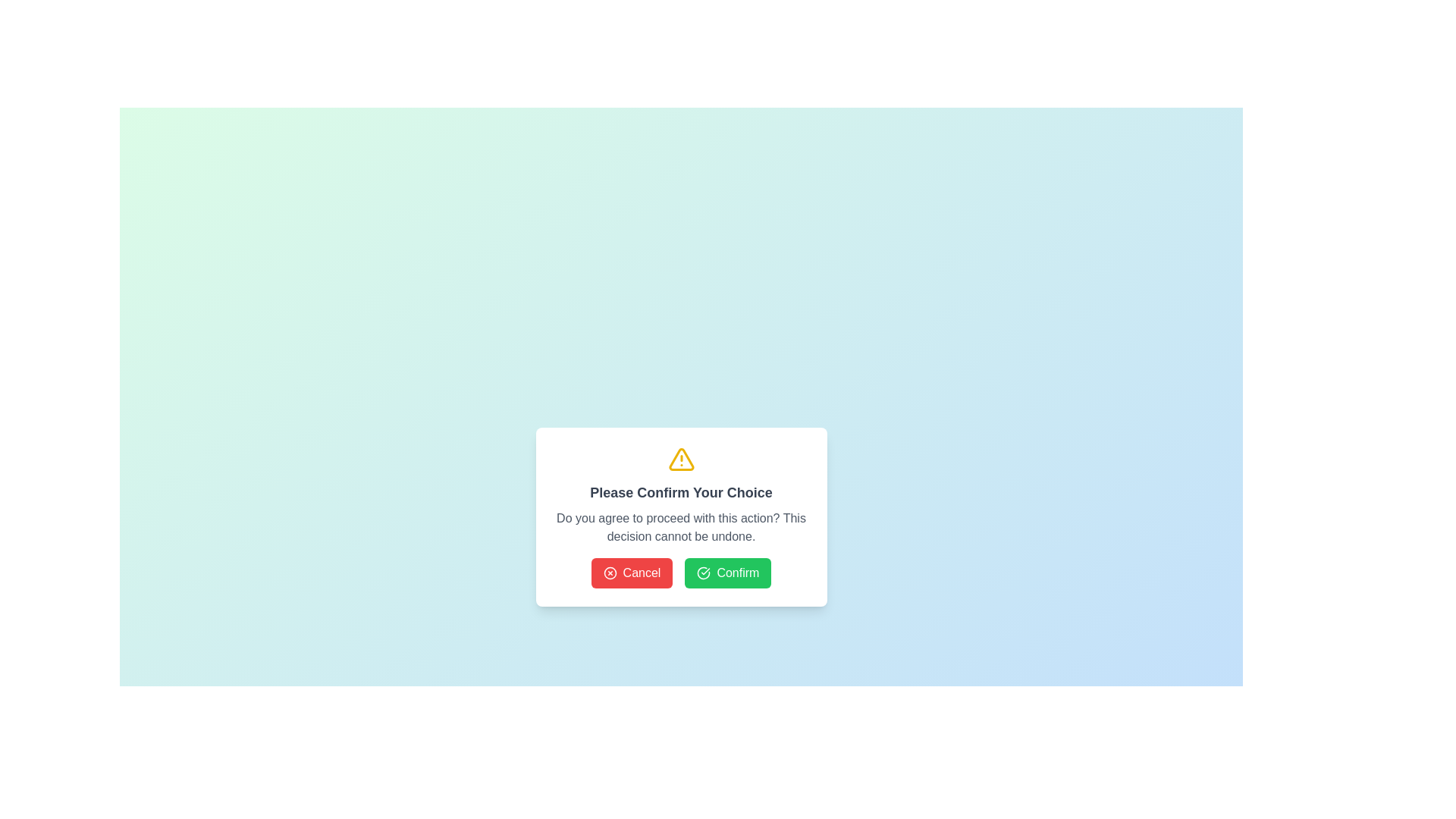 Image resolution: width=1456 pixels, height=819 pixels. Describe the element at coordinates (703, 573) in the screenshot. I see `the Confirm button, which contains a circular icon with a checkmark inside` at that location.